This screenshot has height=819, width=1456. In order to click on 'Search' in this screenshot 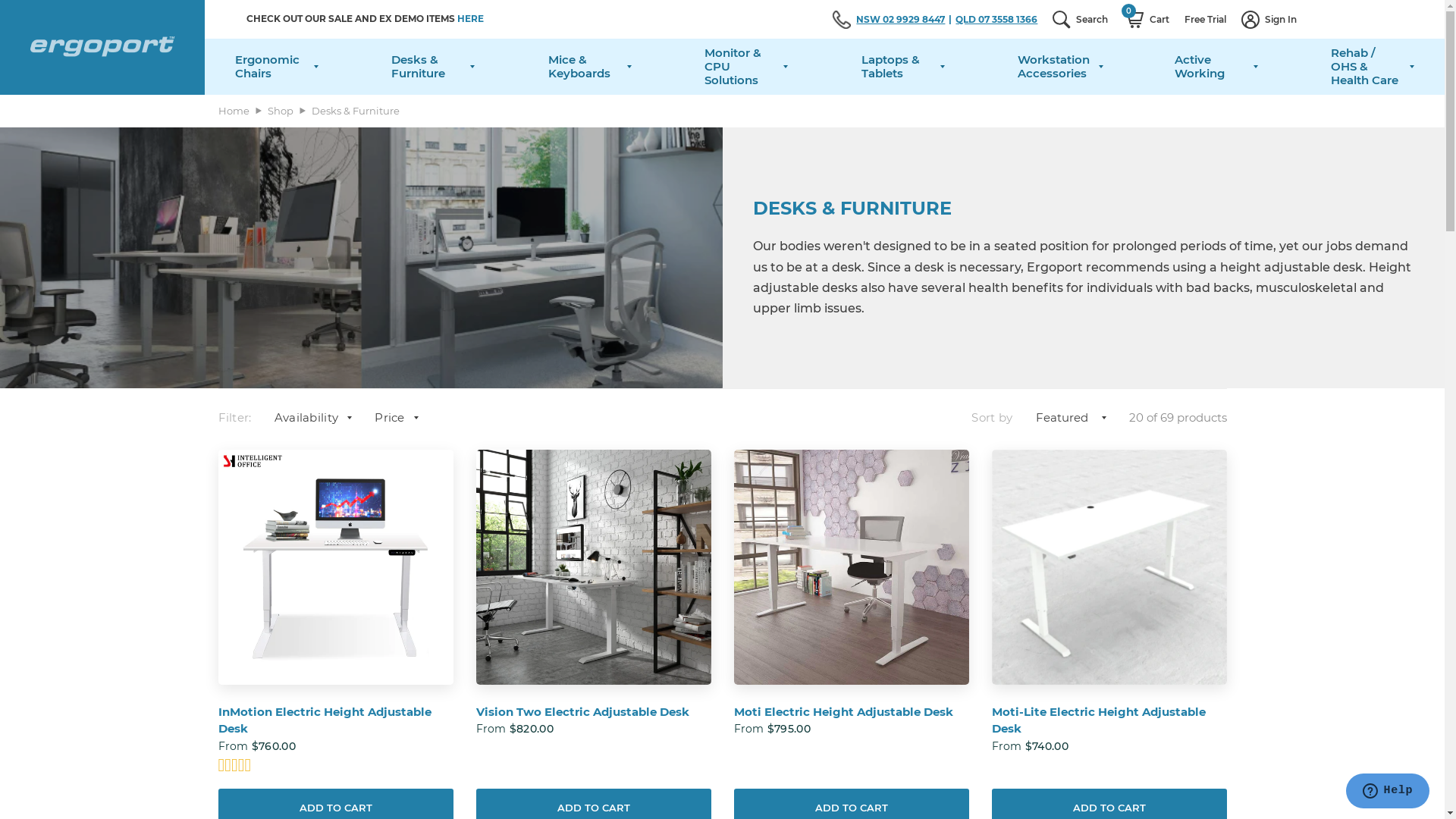, I will do `click(1043, 19)`.